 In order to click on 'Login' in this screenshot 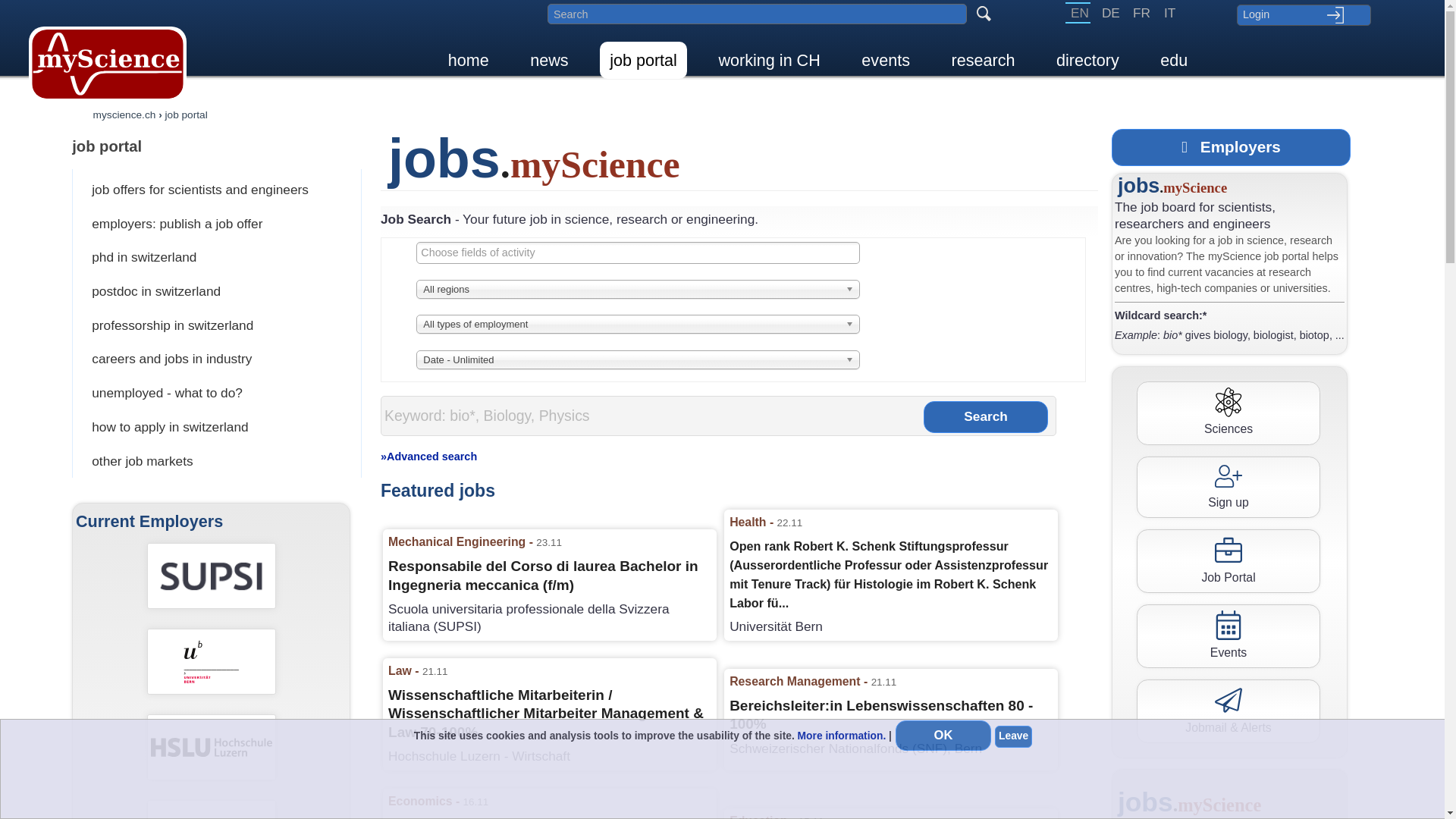, I will do `click(1303, 14)`.